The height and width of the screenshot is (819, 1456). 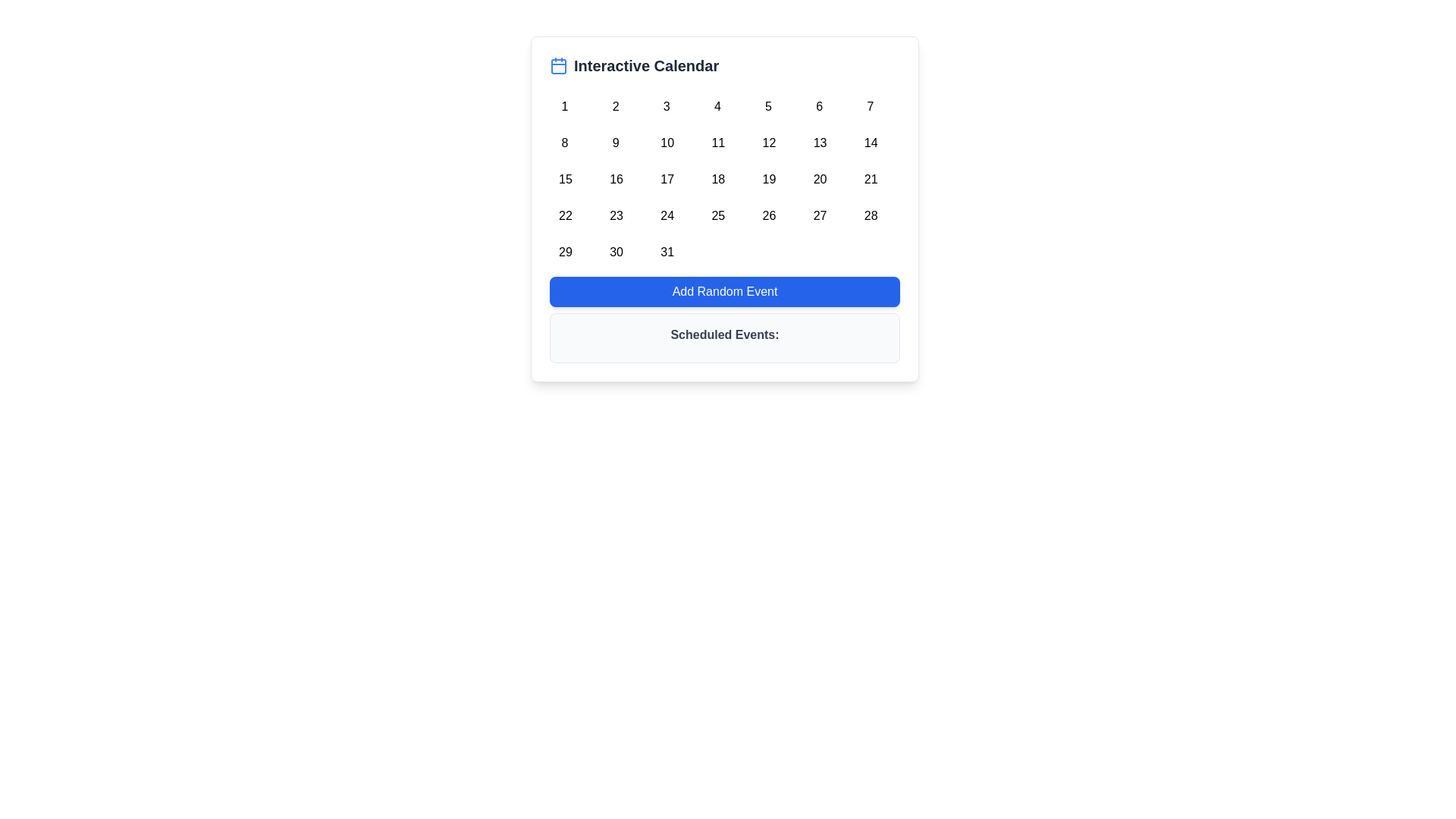 What do you see at coordinates (870, 140) in the screenshot?
I see `the 14th date cell in the Interactive Calendar` at bounding box center [870, 140].